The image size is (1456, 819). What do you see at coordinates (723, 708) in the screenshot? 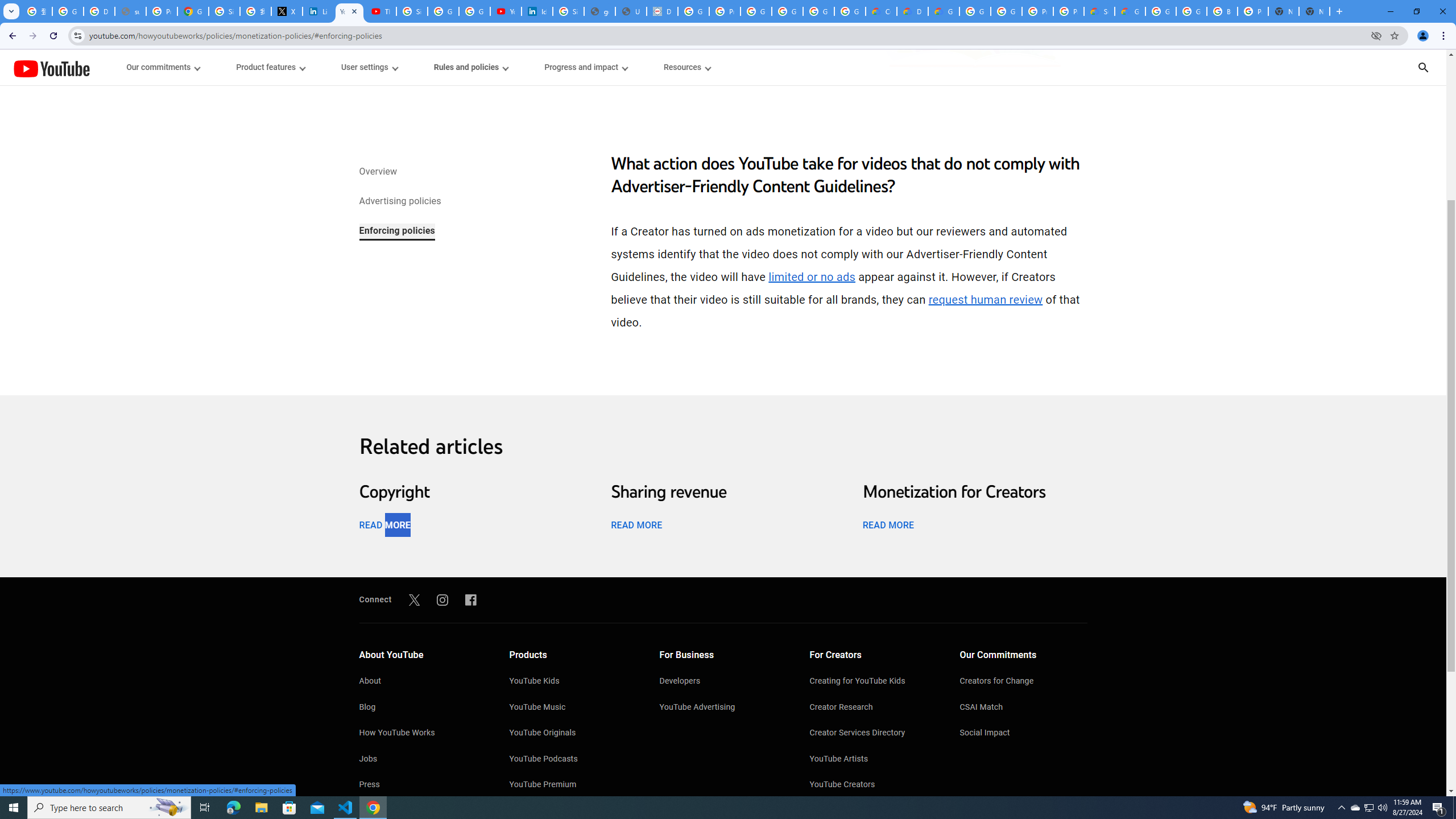
I see `'YouTube Advertising'` at bounding box center [723, 708].